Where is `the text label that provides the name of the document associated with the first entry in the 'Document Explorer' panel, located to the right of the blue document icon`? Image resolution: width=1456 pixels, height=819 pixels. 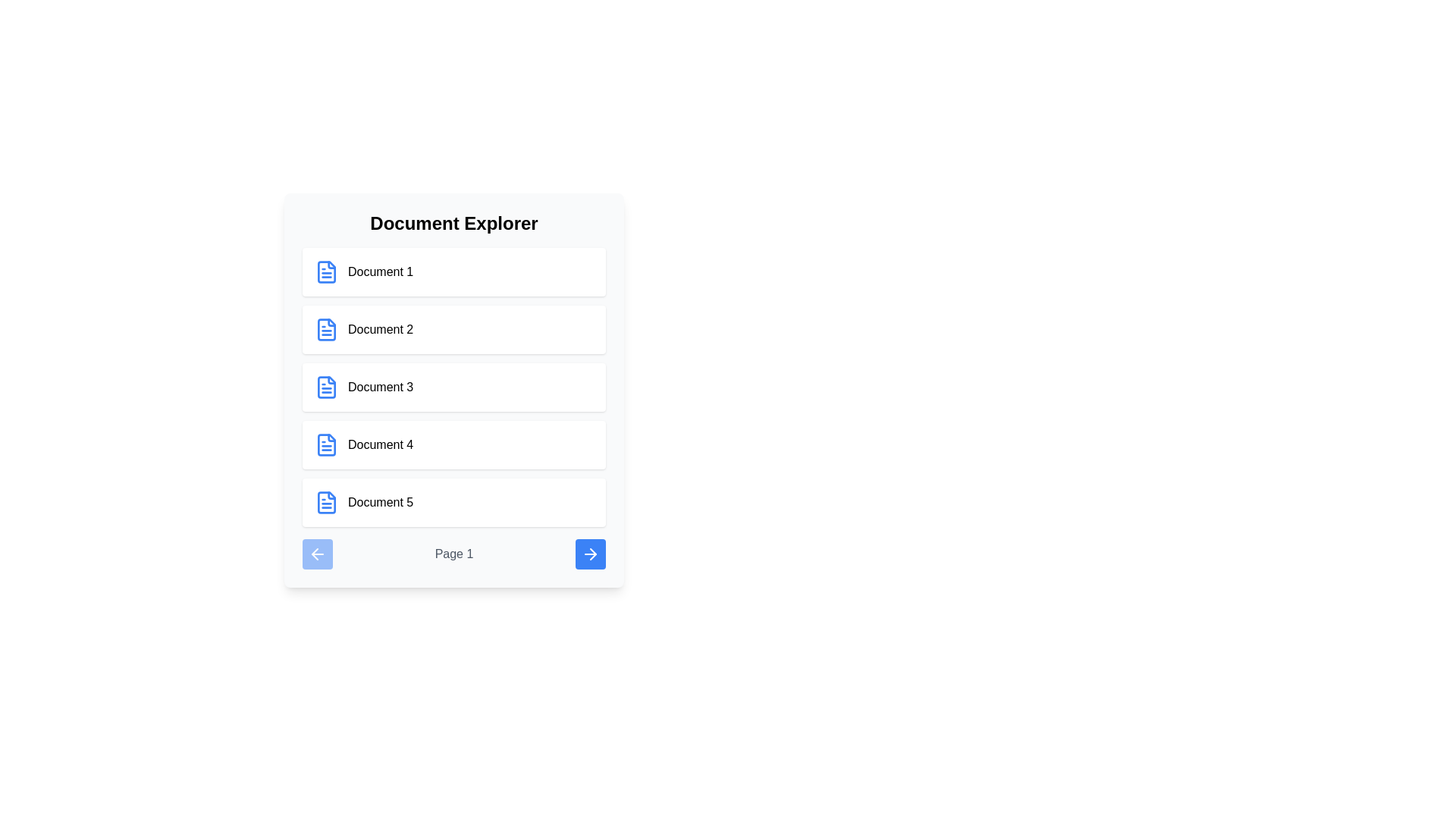
the text label that provides the name of the document associated with the first entry in the 'Document Explorer' panel, located to the right of the blue document icon is located at coordinates (381, 271).